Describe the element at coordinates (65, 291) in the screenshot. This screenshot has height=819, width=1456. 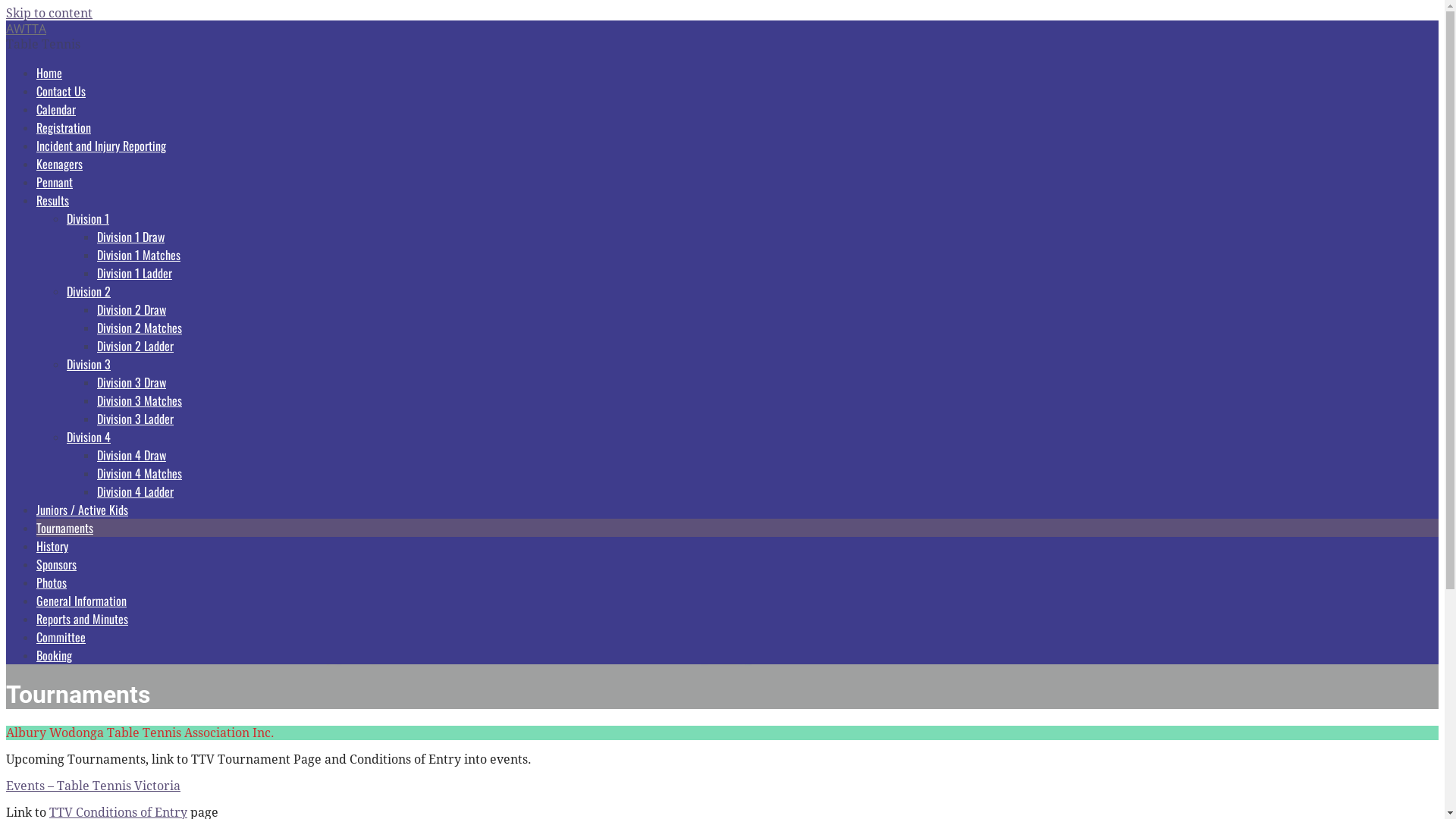
I see `'Division 2'` at that location.